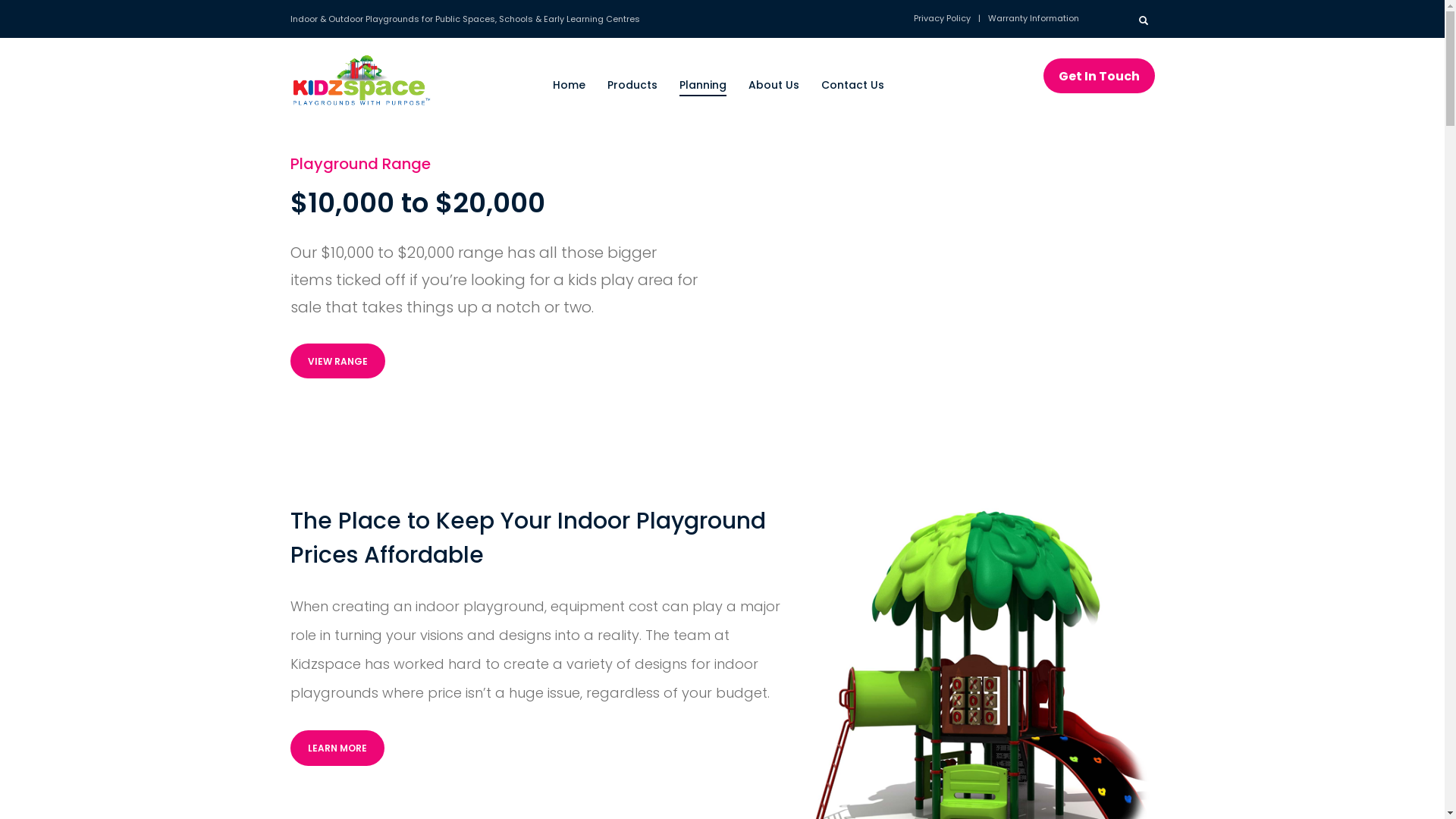  I want to click on 'Get In Touch', so click(1099, 76).